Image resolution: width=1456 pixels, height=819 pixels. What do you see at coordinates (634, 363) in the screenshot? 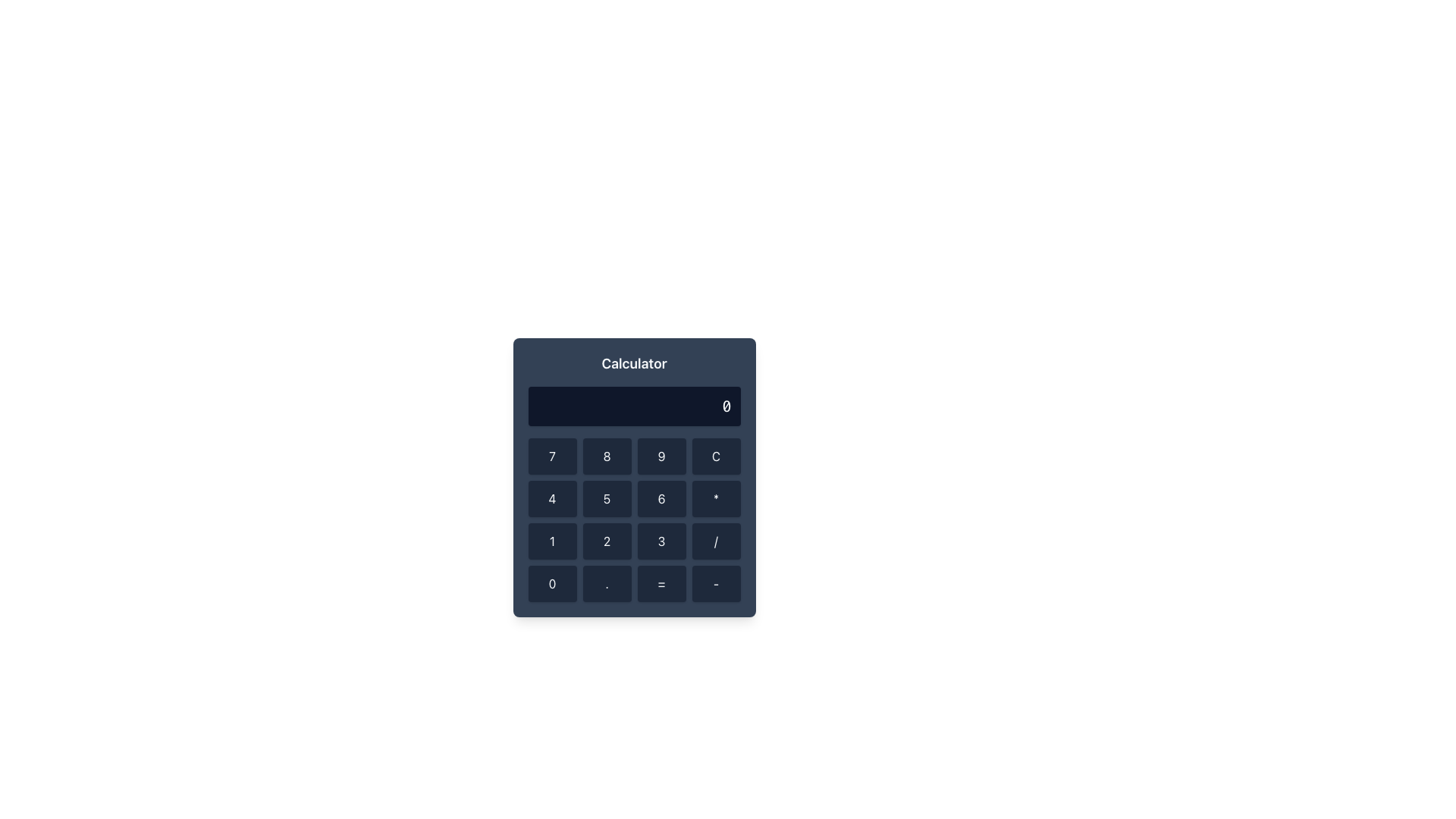
I see `the static text label displaying 'Calculator' in bold at the top of the calculator interface` at bounding box center [634, 363].